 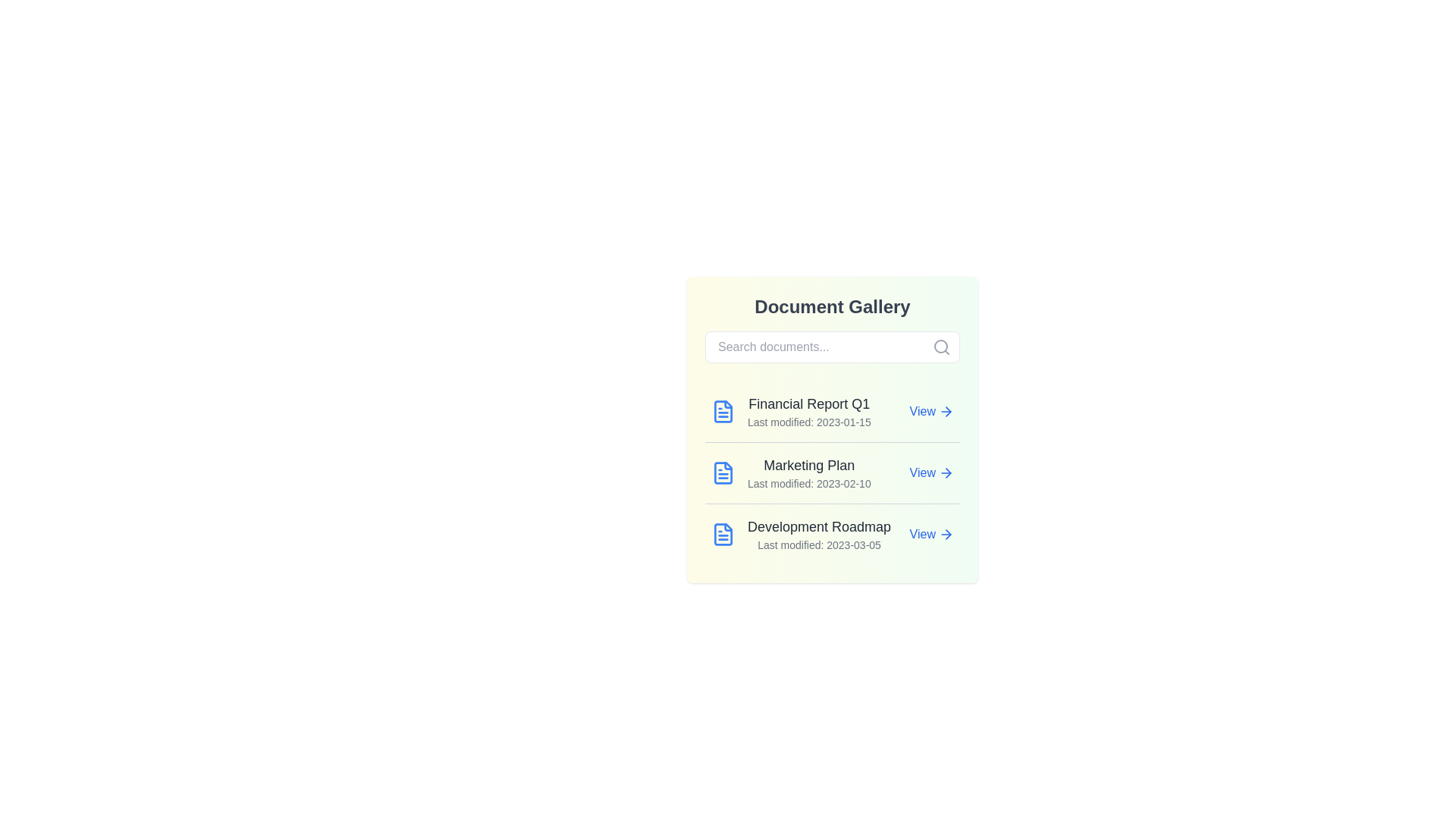 What do you see at coordinates (930, 472) in the screenshot?
I see `the 'View' button of the document titled Marketing Plan` at bounding box center [930, 472].